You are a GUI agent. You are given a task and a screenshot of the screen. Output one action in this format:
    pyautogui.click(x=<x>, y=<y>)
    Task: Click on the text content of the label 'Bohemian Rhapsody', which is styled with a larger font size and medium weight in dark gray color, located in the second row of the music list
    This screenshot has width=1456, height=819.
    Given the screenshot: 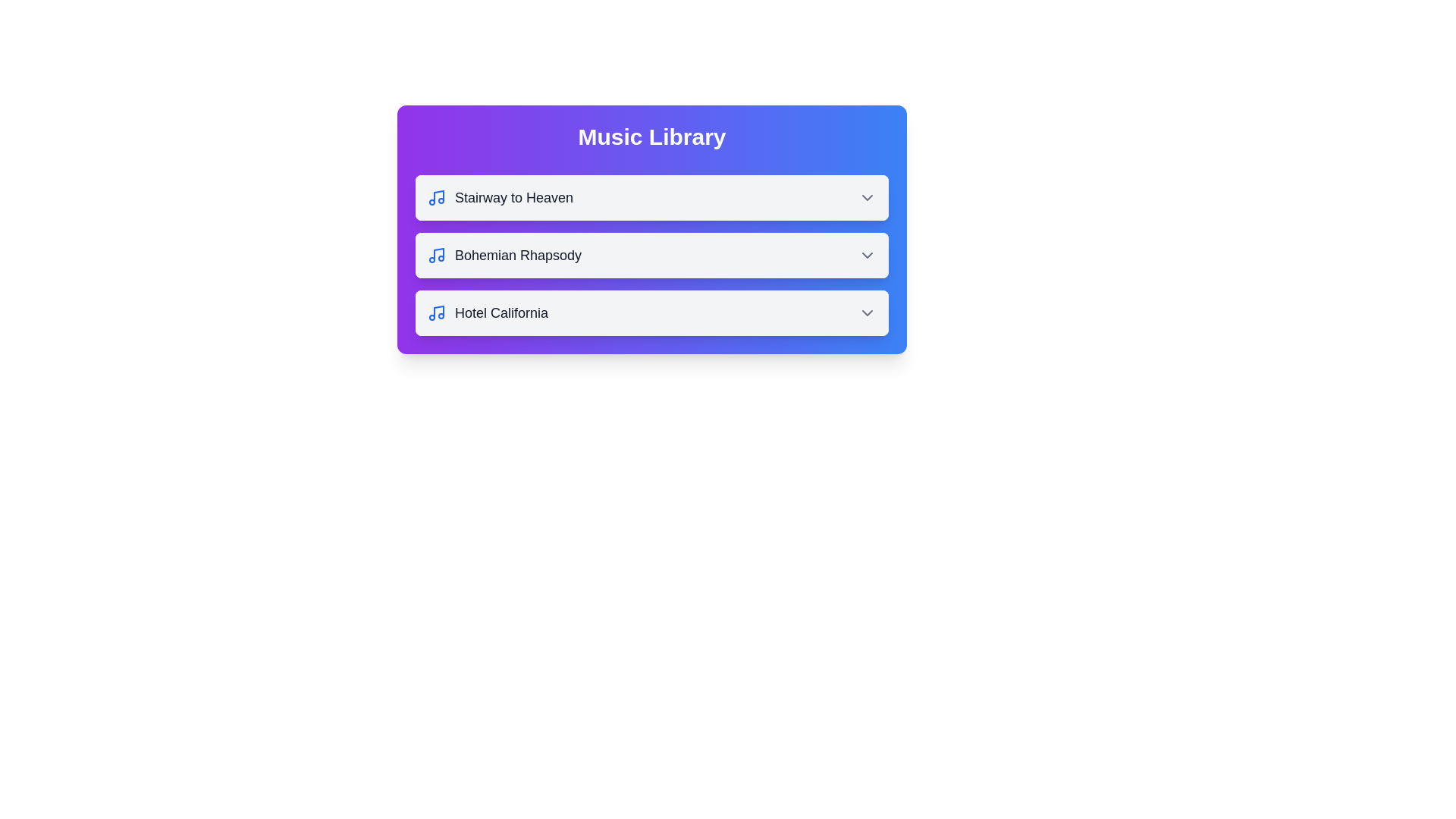 What is the action you would take?
    pyautogui.click(x=518, y=254)
    